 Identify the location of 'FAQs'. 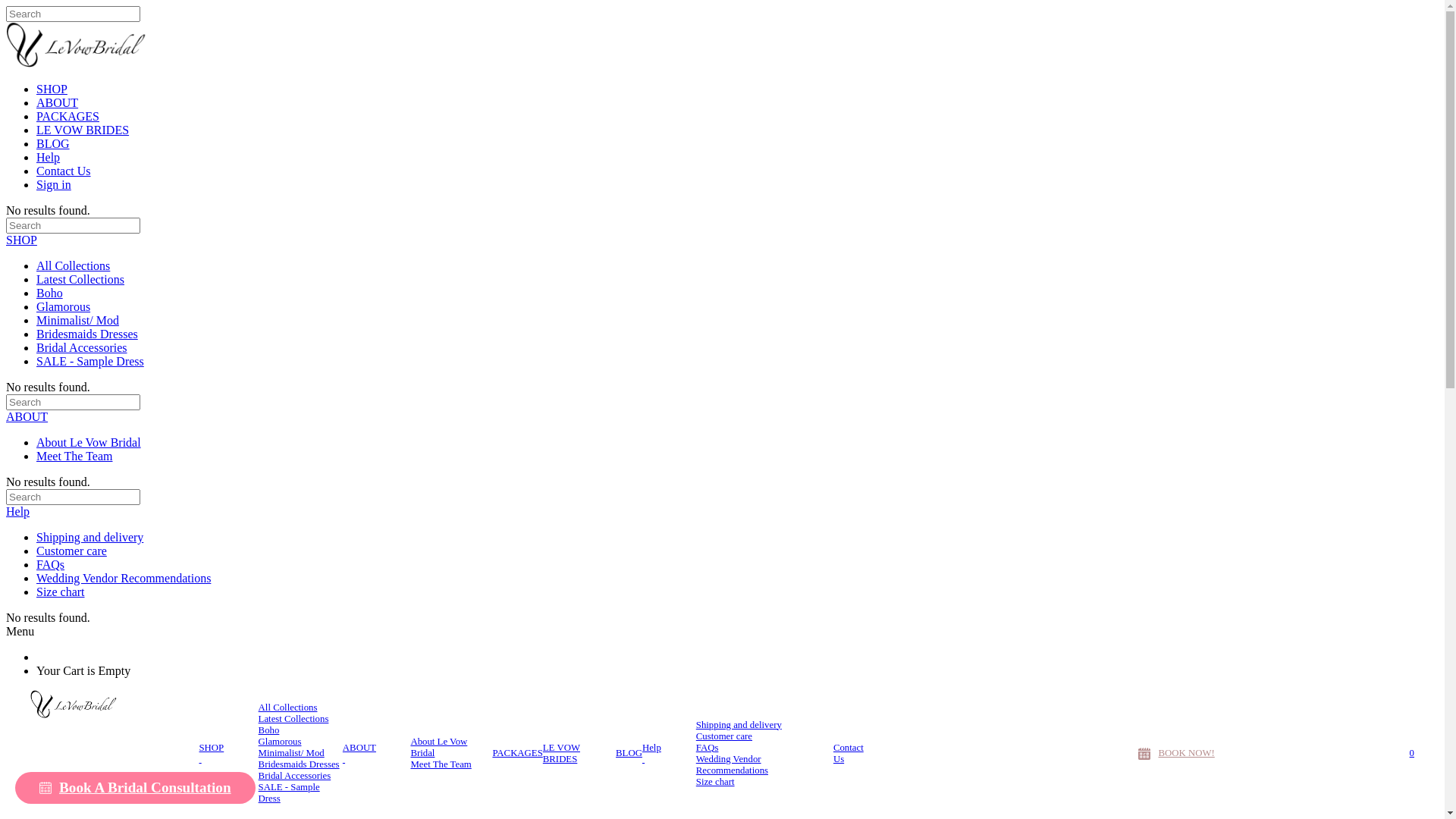
(50, 564).